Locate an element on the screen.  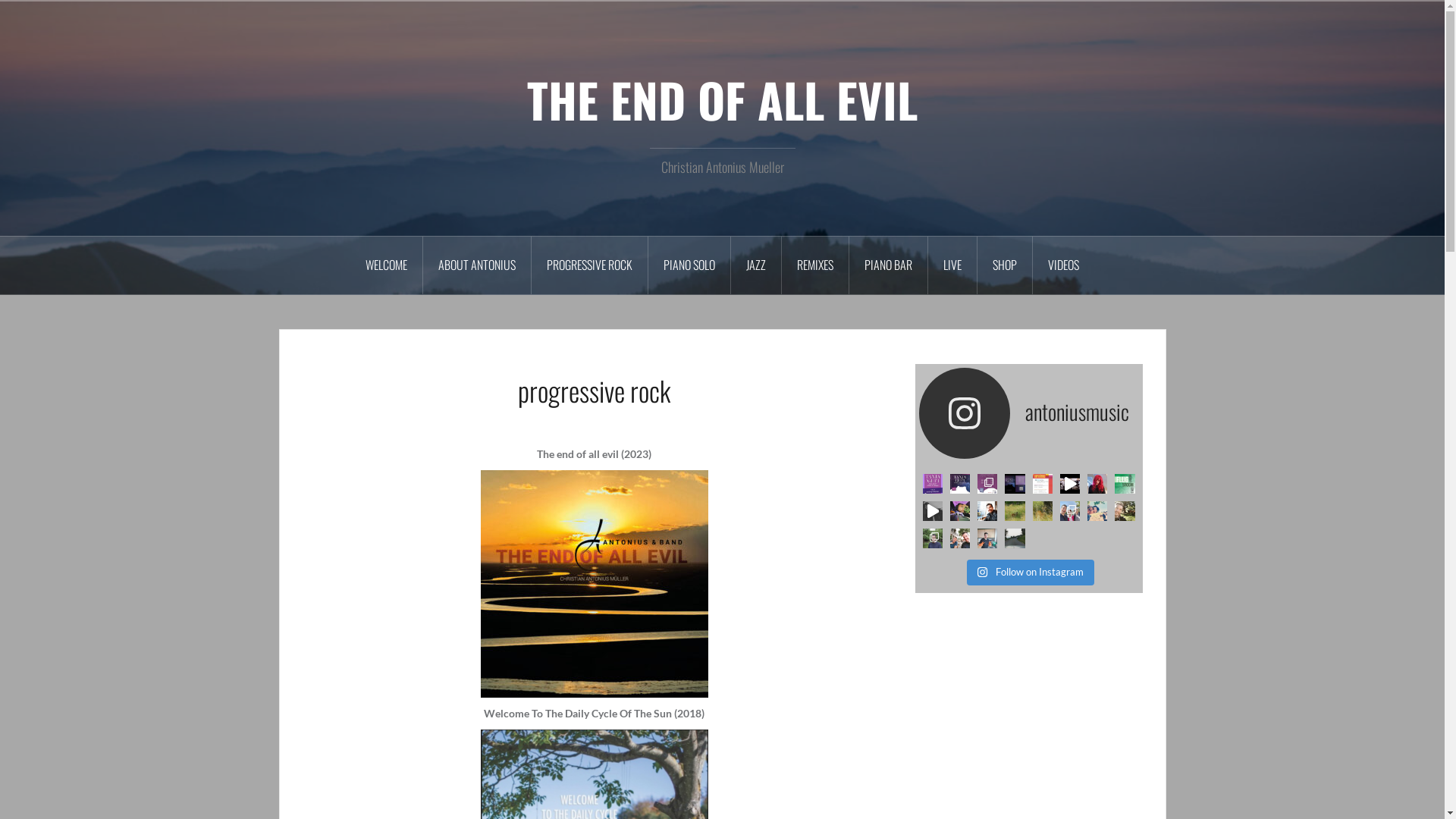
'JAZZ' is located at coordinates (756, 265).